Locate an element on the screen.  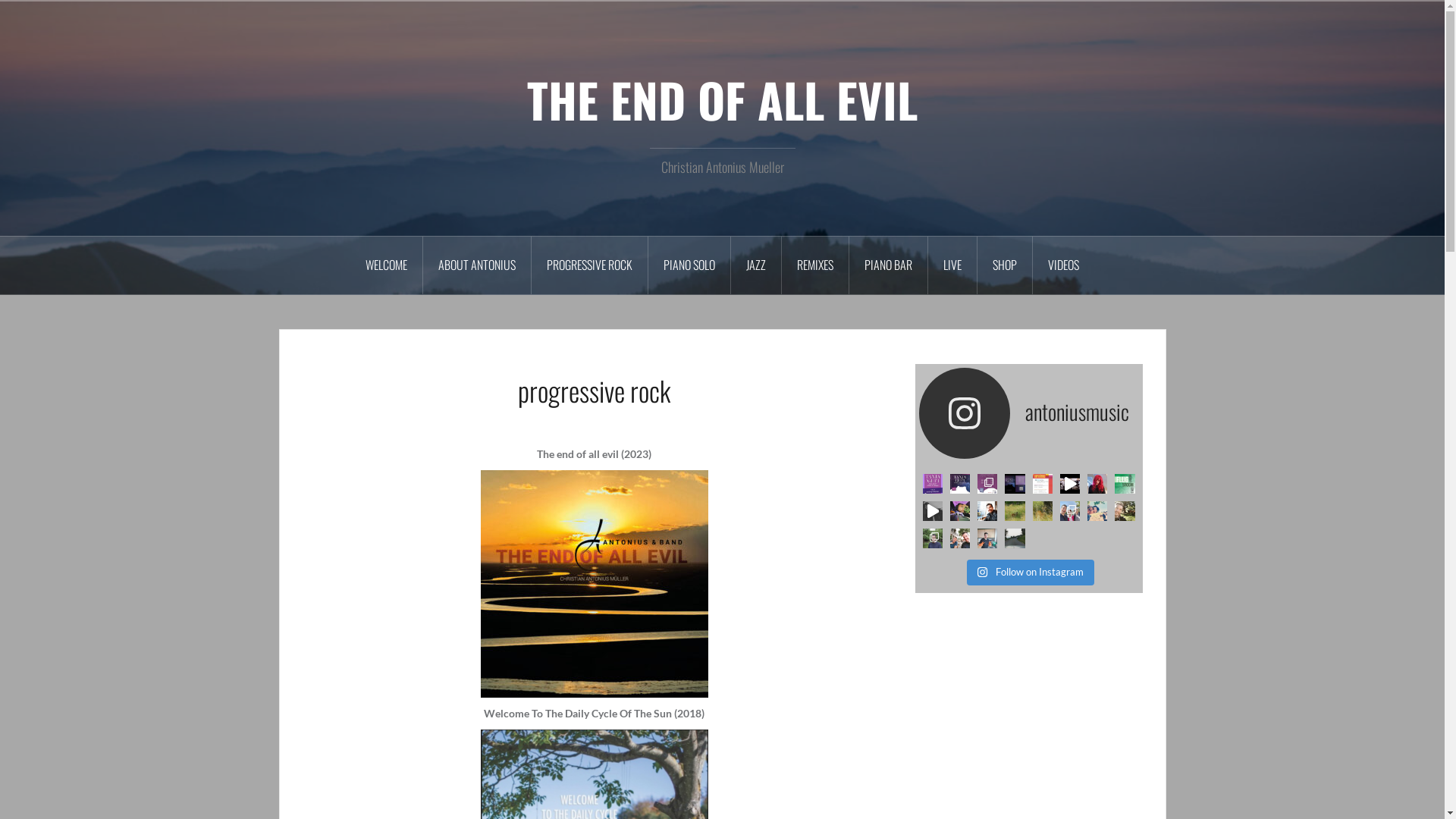
'JAZZ' is located at coordinates (756, 265).